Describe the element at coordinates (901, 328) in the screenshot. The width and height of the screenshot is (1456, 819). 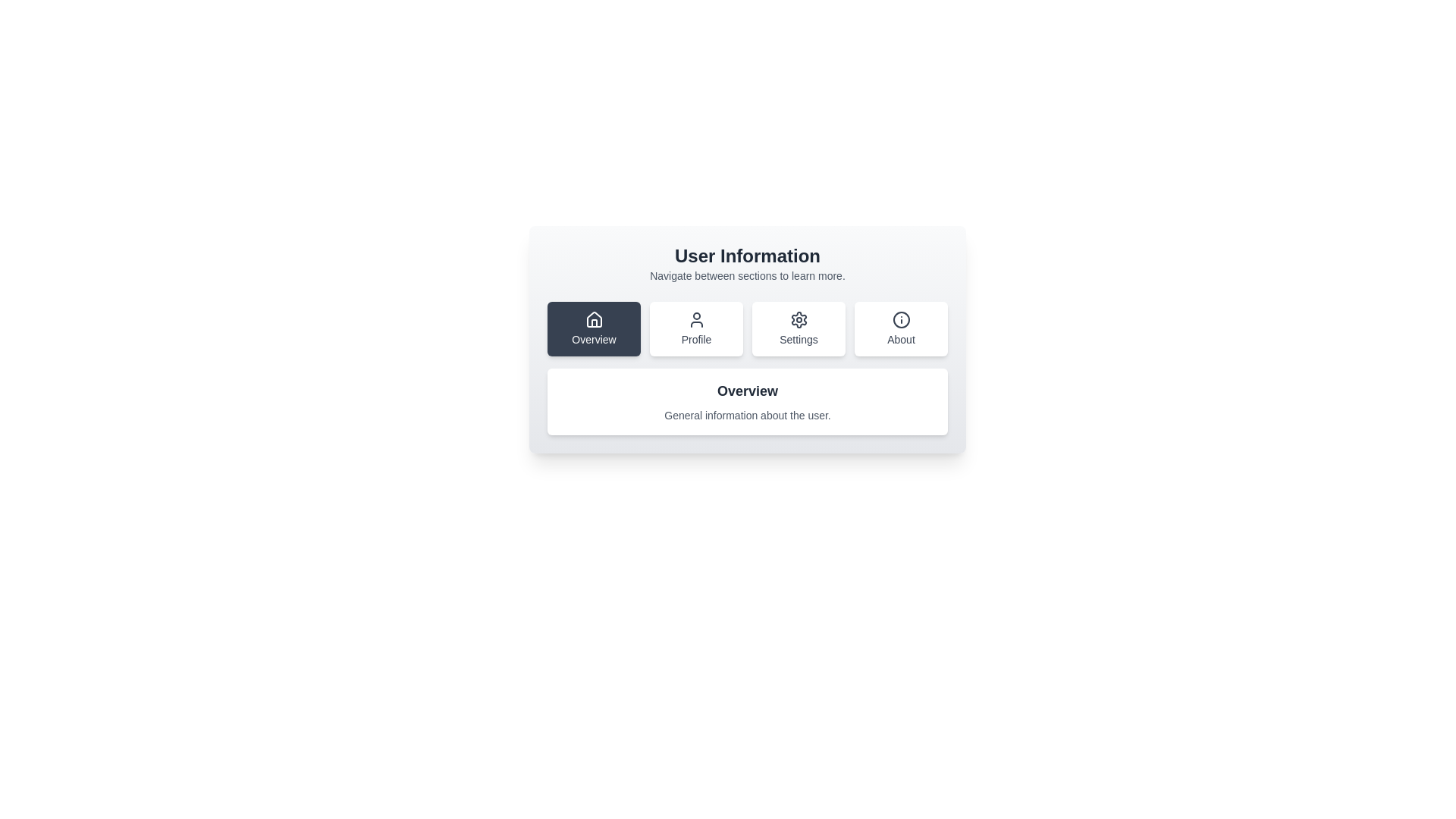
I see `the navigation button located in the fourth column of the button grid` at that location.